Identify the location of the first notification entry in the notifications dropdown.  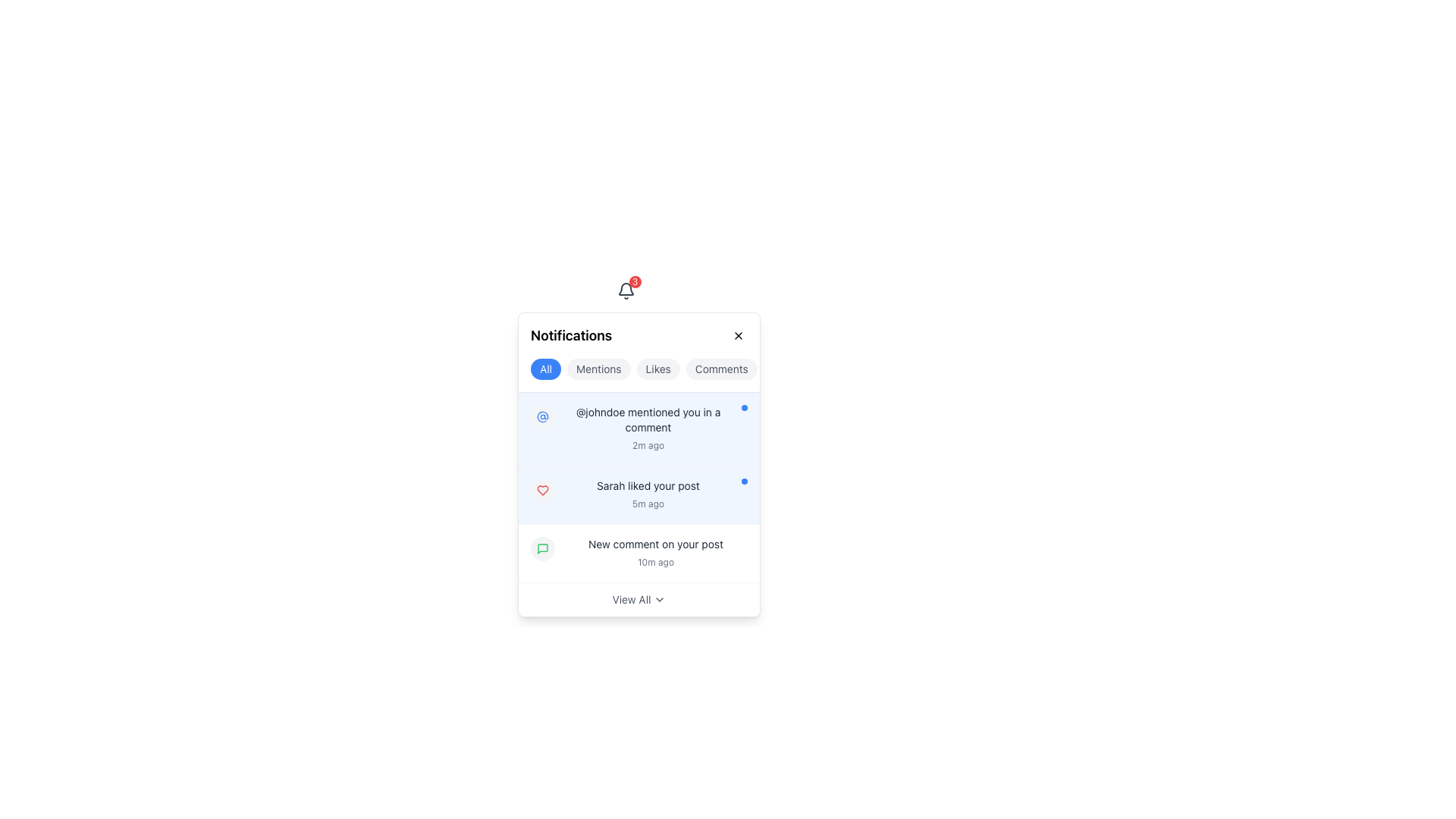
(639, 429).